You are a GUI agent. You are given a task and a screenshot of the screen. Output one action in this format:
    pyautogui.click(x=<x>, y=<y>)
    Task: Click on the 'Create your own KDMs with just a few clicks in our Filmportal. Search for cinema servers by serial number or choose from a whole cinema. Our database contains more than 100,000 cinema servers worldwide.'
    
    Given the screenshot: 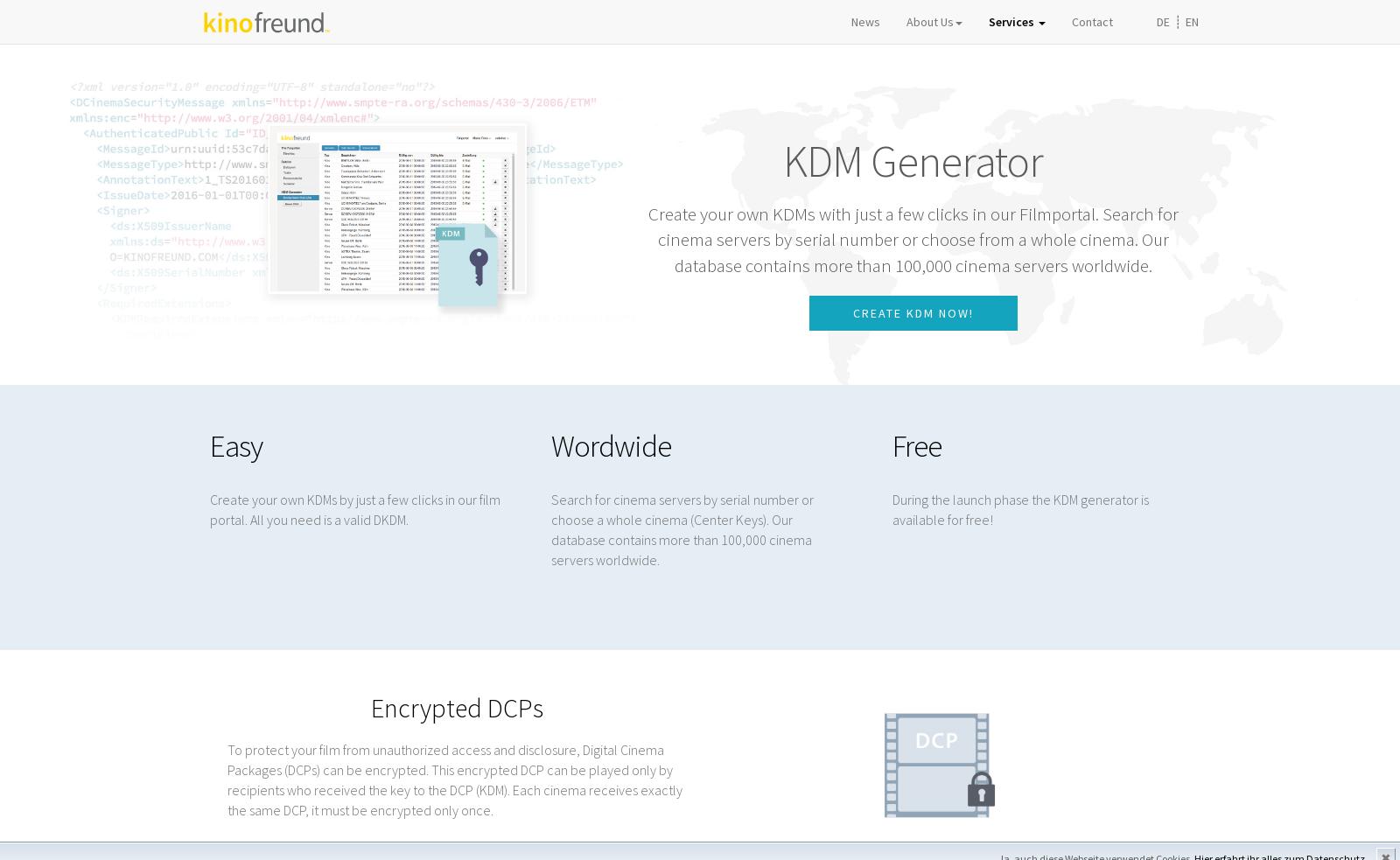 What is the action you would take?
    pyautogui.click(x=913, y=239)
    